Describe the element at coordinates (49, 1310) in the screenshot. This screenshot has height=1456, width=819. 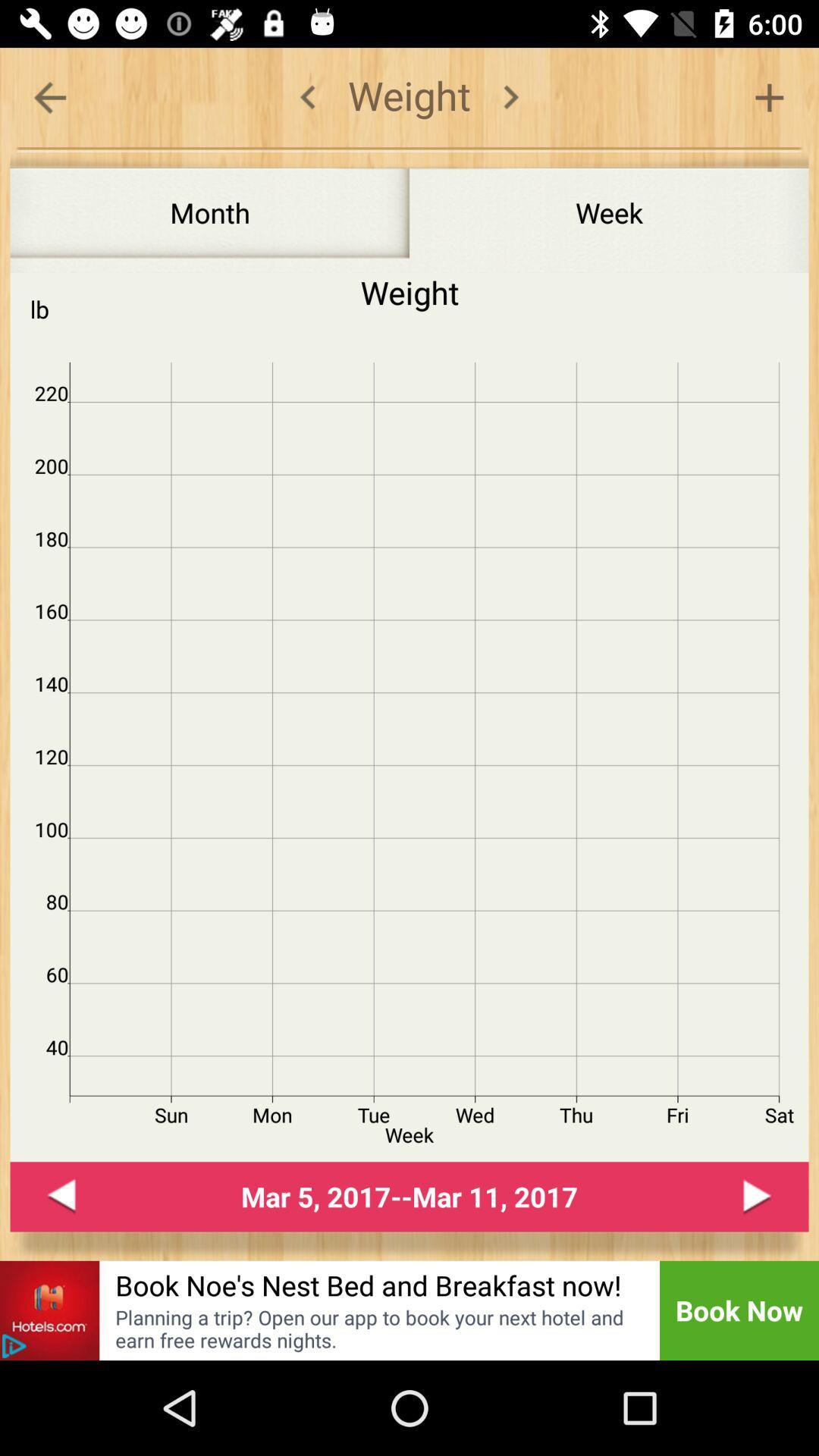
I see `advert` at that location.